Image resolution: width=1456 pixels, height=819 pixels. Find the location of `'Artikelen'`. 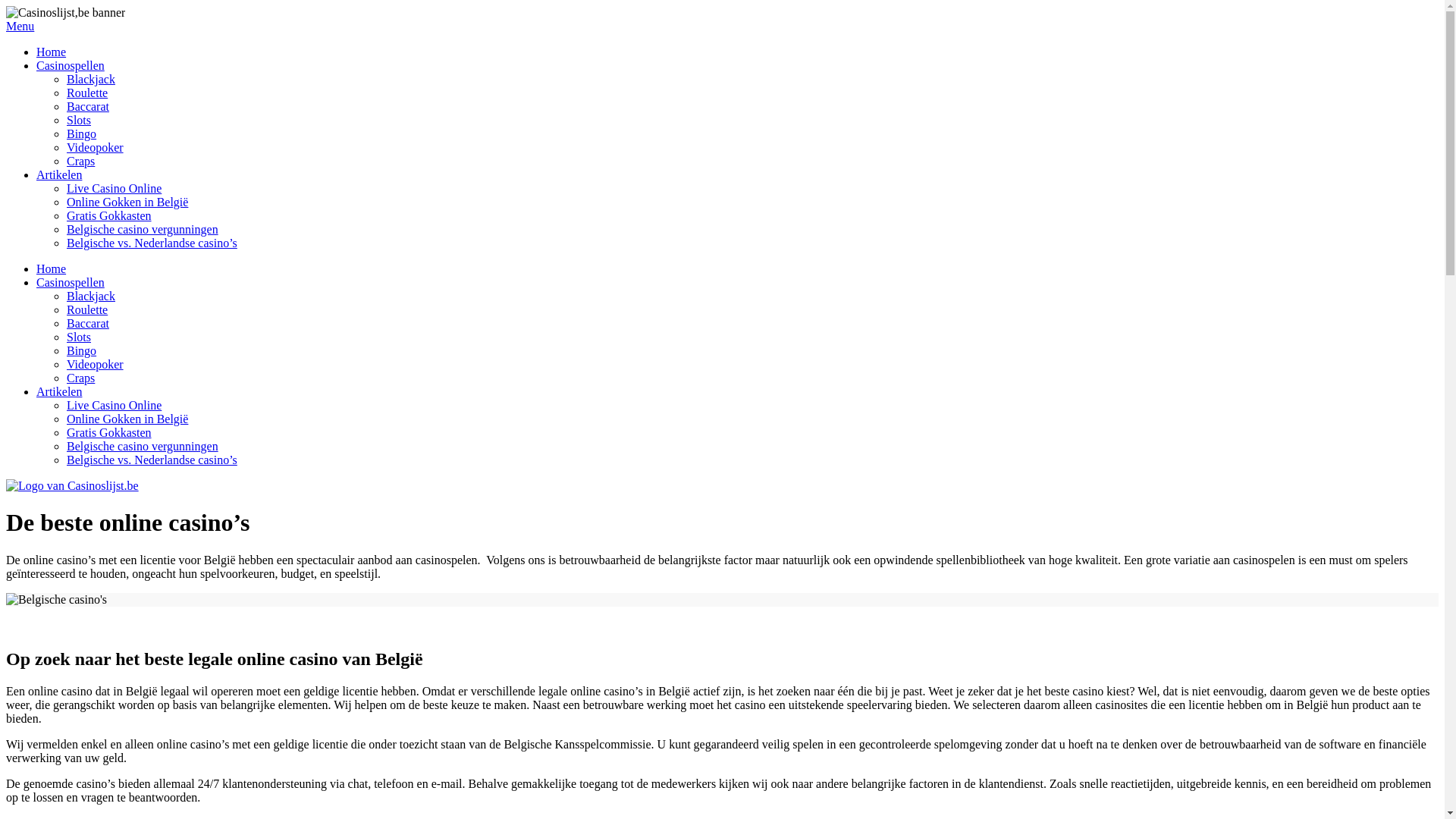

'Artikelen' is located at coordinates (36, 391).